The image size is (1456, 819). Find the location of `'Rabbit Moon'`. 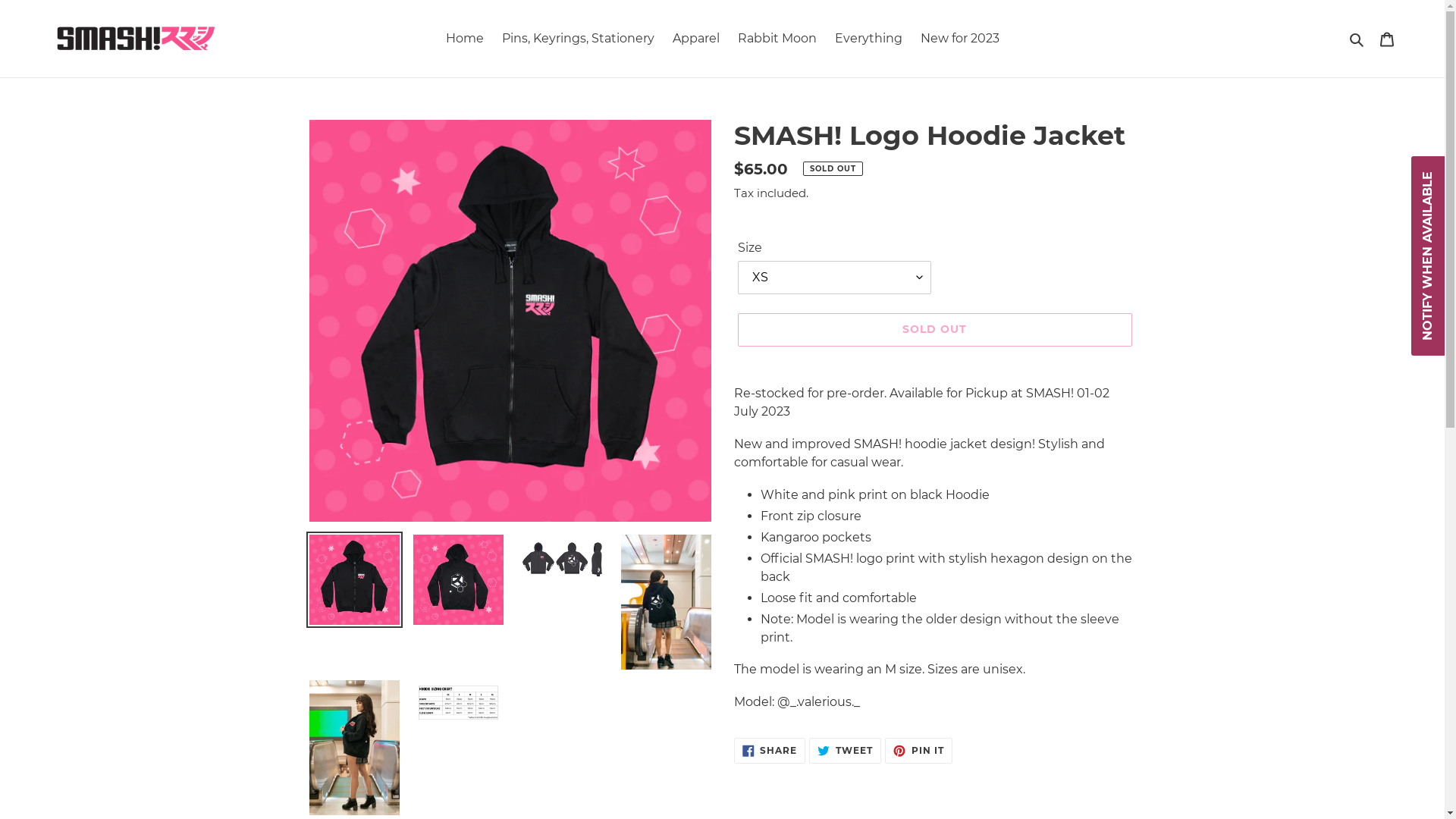

'Rabbit Moon' is located at coordinates (776, 37).